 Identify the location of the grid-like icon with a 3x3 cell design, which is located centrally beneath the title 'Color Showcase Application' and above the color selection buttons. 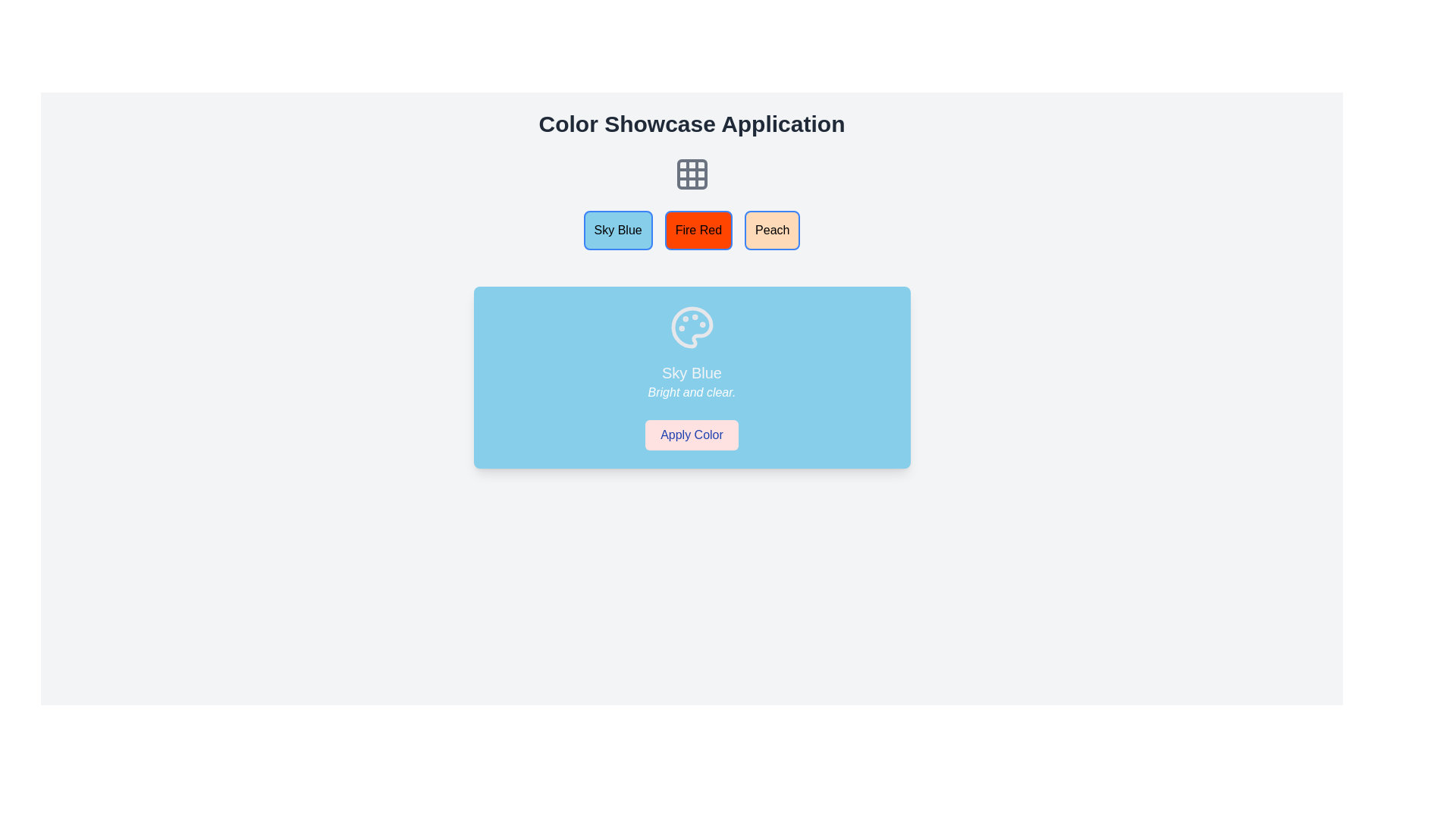
(691, 174).